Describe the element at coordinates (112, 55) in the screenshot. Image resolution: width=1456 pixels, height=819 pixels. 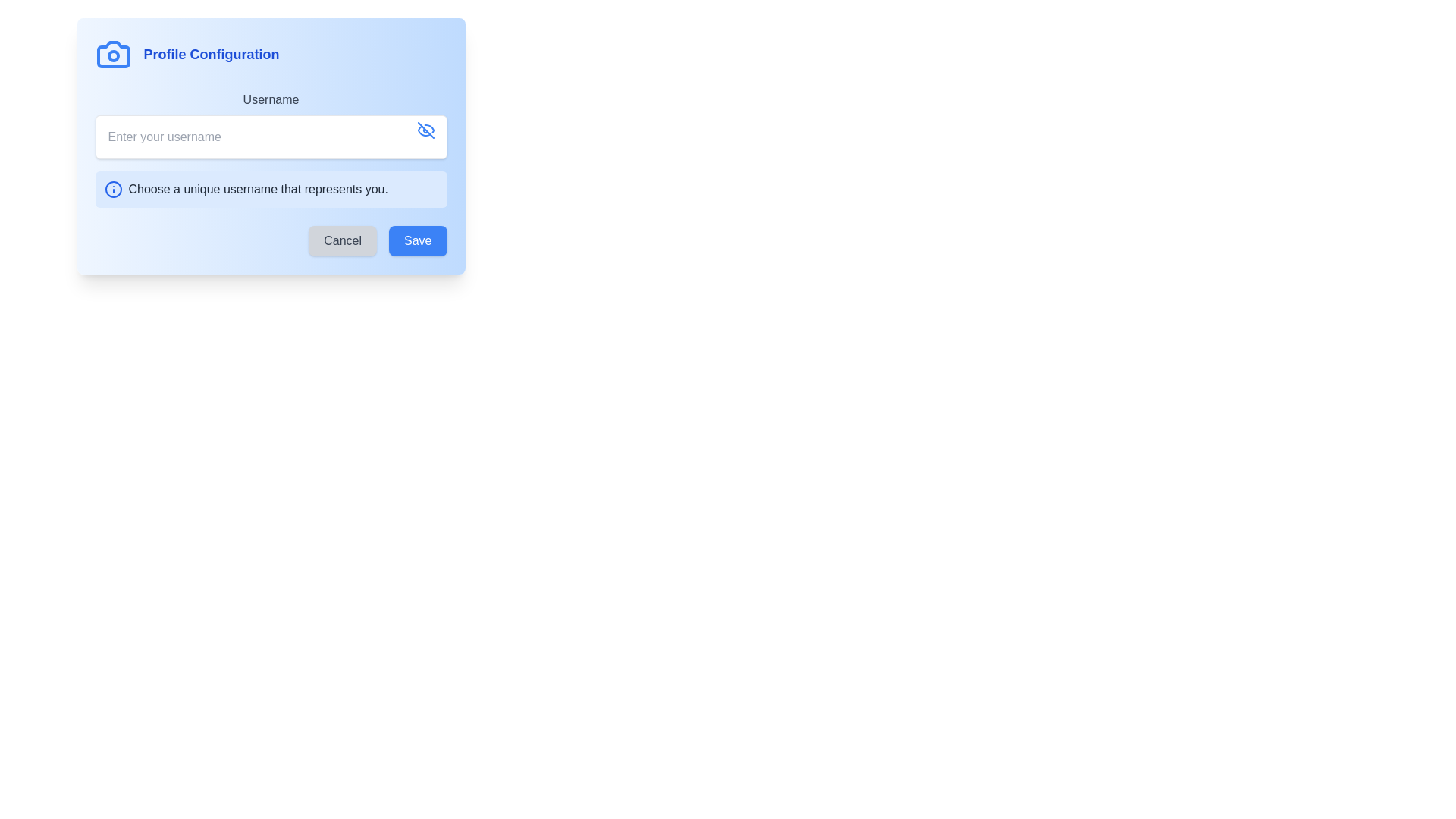
I see `the Decorative Circle that represents the lens in the camera icon, located in the top-left quadrant of the blue panel` at that location.